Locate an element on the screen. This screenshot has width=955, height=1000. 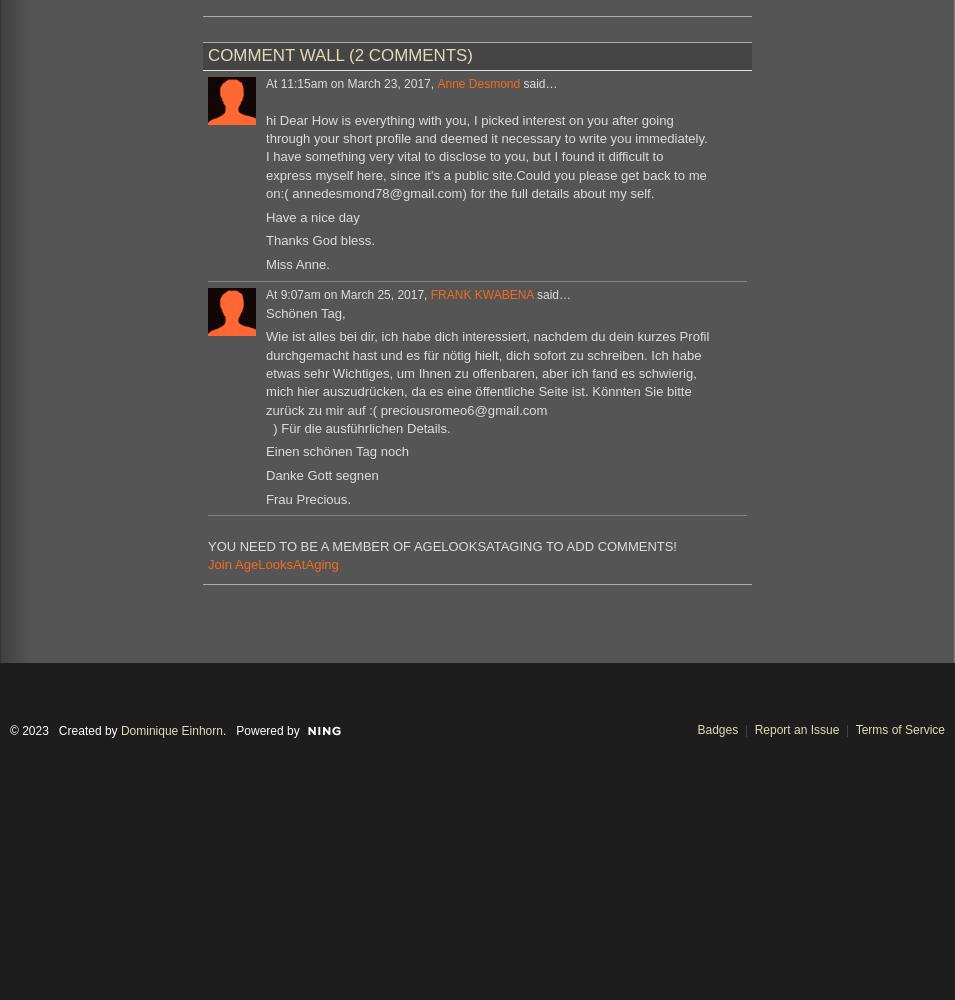
'Badges' is located at coordinates (716, 728).